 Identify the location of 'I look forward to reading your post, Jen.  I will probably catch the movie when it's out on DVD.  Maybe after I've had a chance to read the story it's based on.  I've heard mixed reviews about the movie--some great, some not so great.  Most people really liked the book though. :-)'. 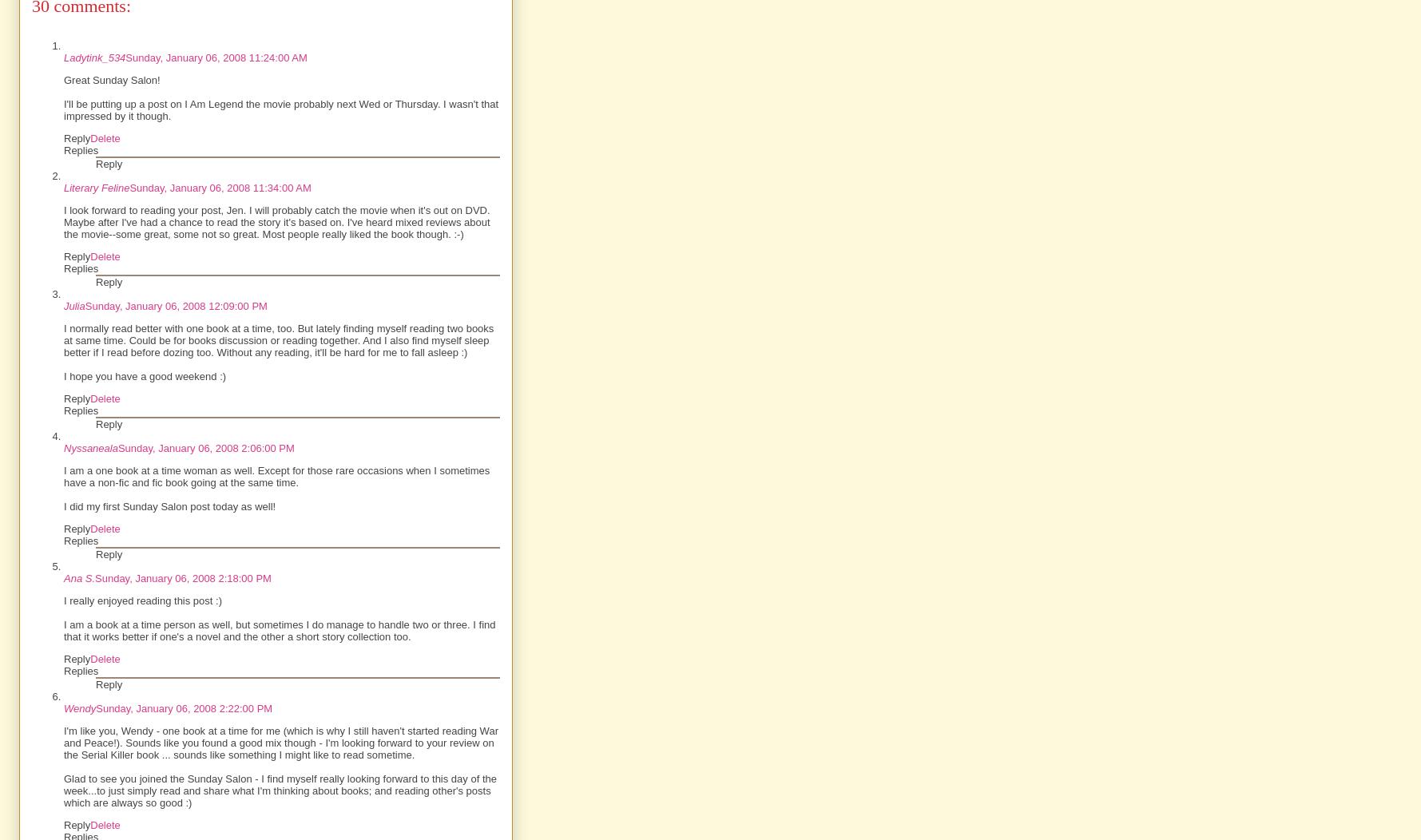
(276, 222).